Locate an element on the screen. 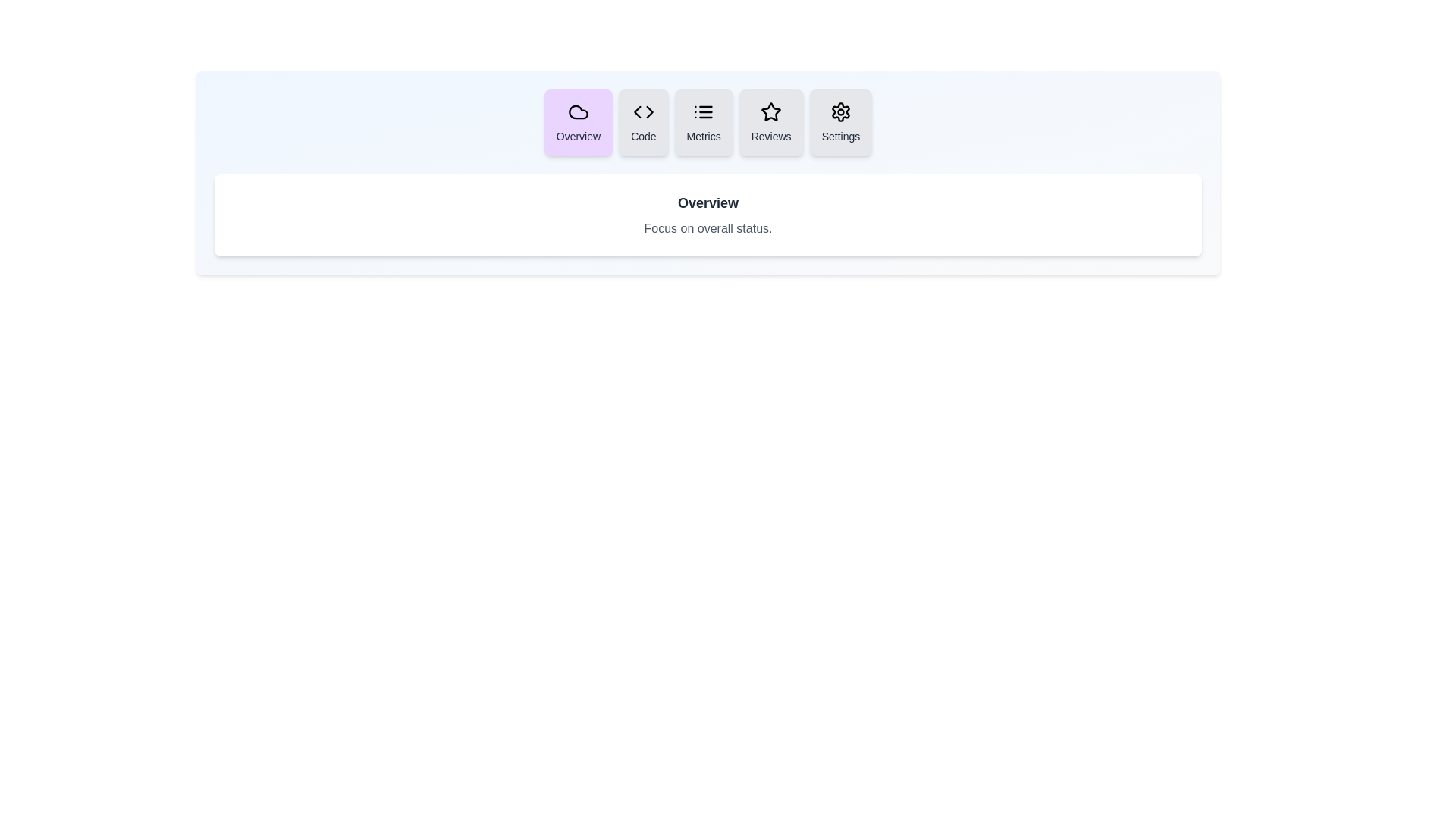 This screenshot has height=819, width=1456. the tab button labeled Reviews to see the hover effect is located at coordinates (771, 122).